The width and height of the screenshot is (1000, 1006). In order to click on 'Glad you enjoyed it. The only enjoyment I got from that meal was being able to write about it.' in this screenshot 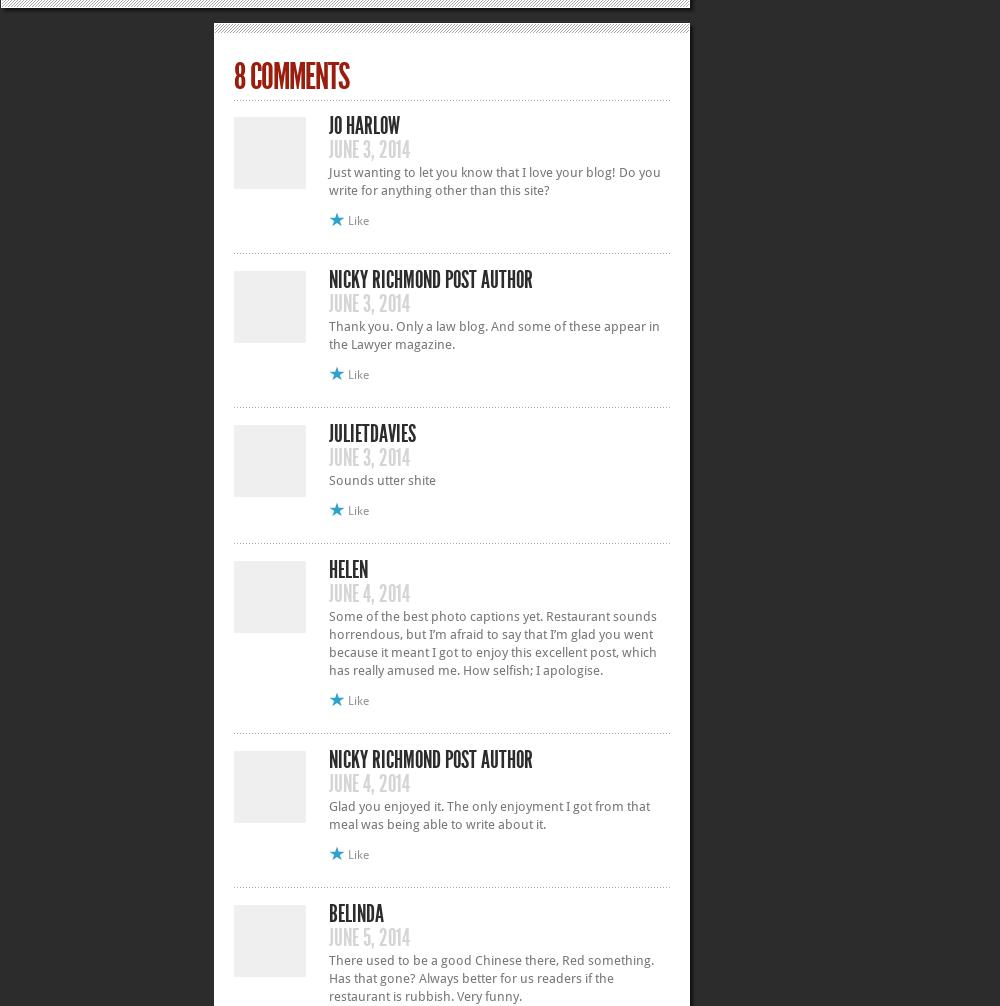, I will do `click(328, 813)`.